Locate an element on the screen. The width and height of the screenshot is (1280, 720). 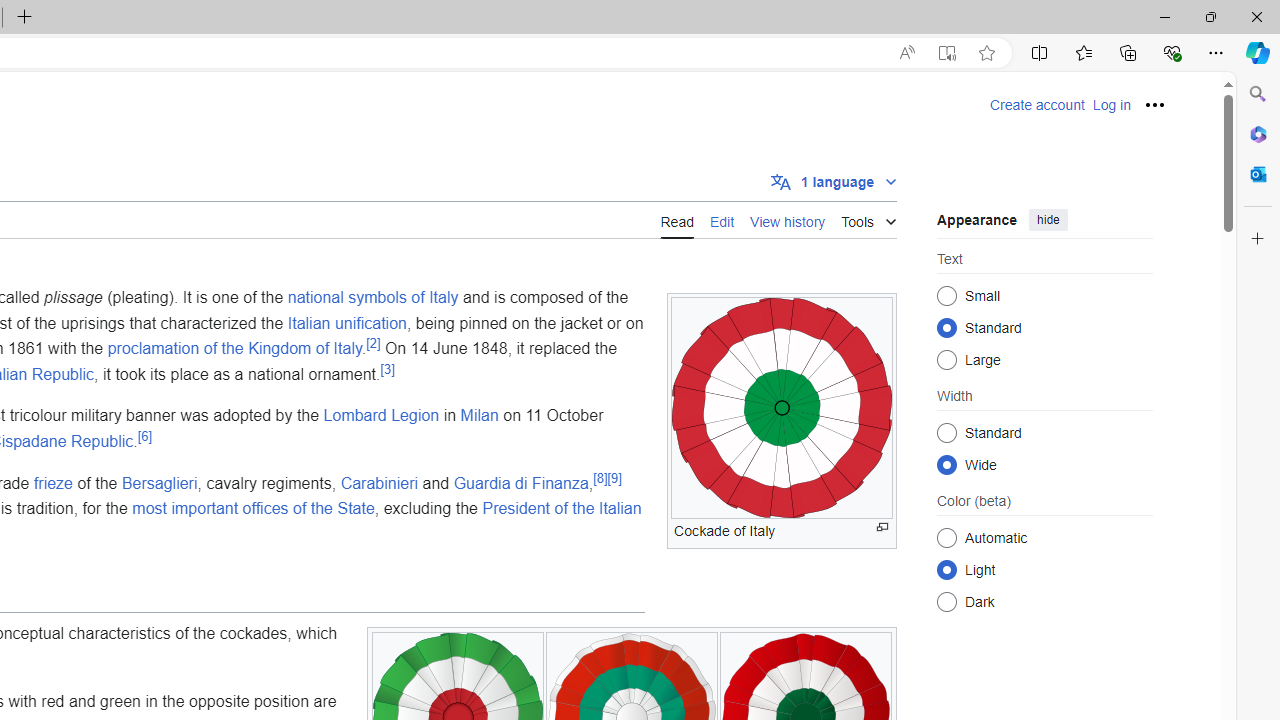
'national symbols of Italy' is located at coordinates (373, 297).